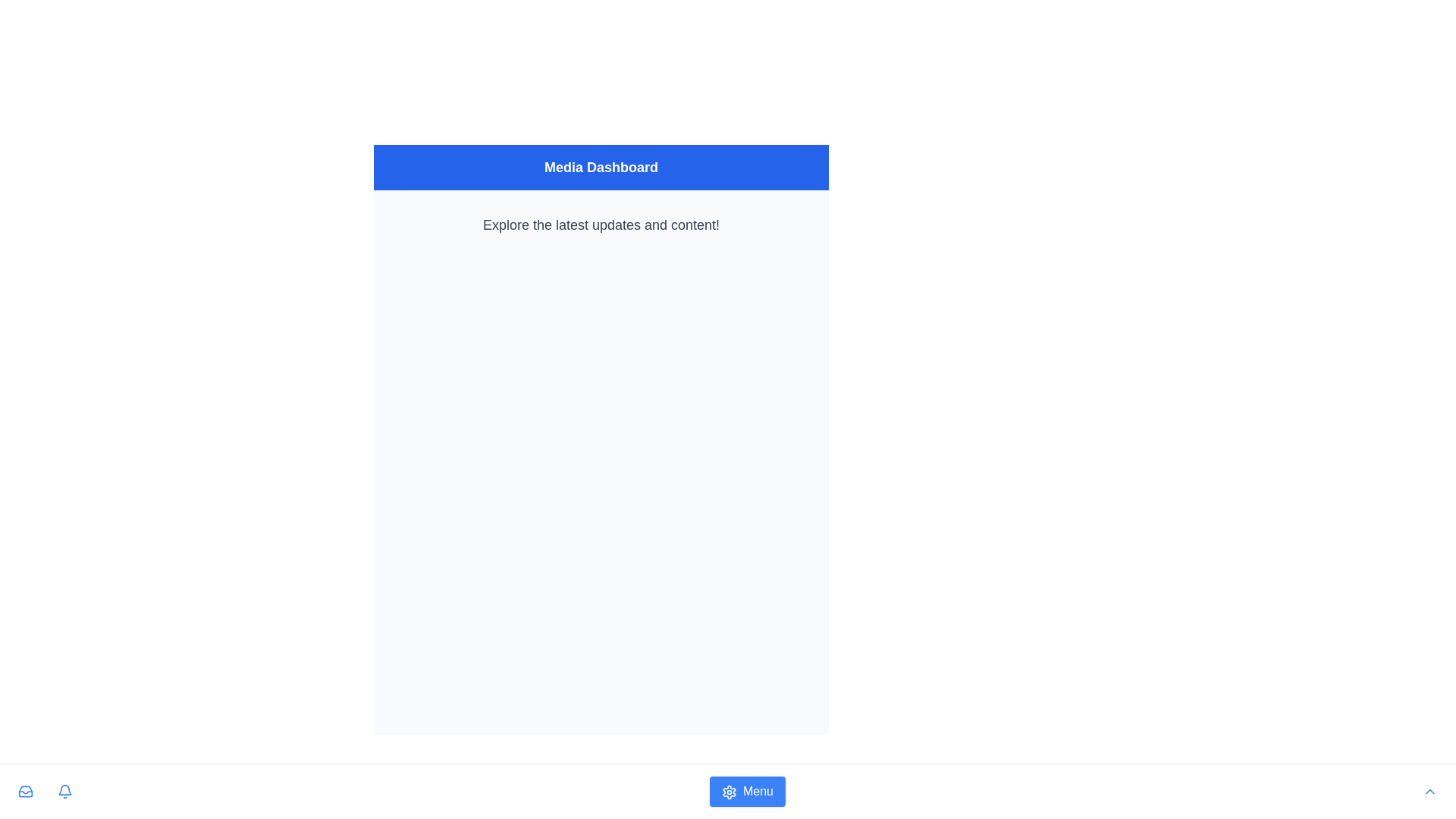 This screenshot has height=819, width=1456. Describe the element at coordinates (729, 791) in the screenshot. I see `the blue gear-shaped icon in the bottom navigation bar` at that location.